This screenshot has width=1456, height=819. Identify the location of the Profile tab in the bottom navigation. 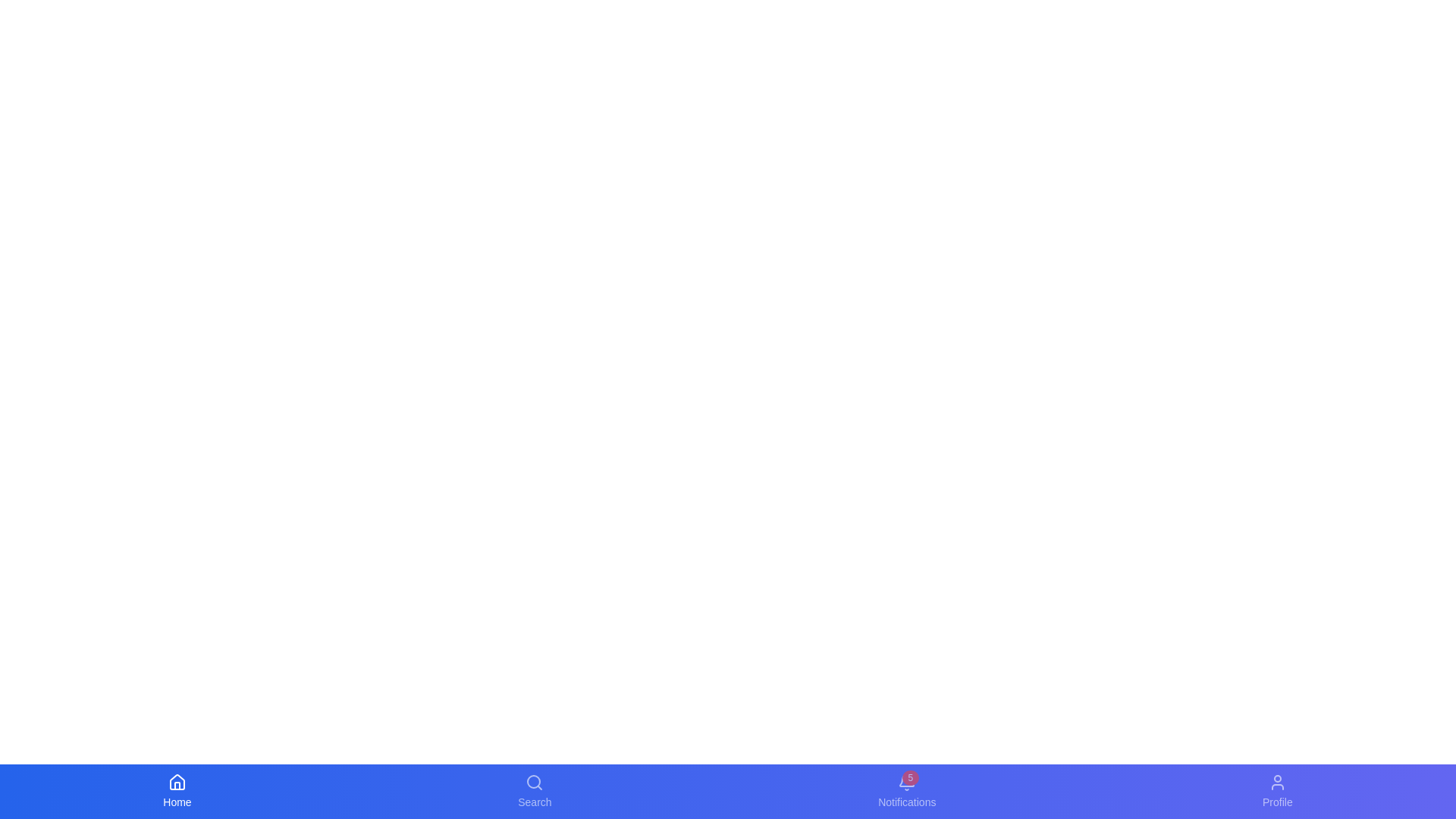
(1276, 791).